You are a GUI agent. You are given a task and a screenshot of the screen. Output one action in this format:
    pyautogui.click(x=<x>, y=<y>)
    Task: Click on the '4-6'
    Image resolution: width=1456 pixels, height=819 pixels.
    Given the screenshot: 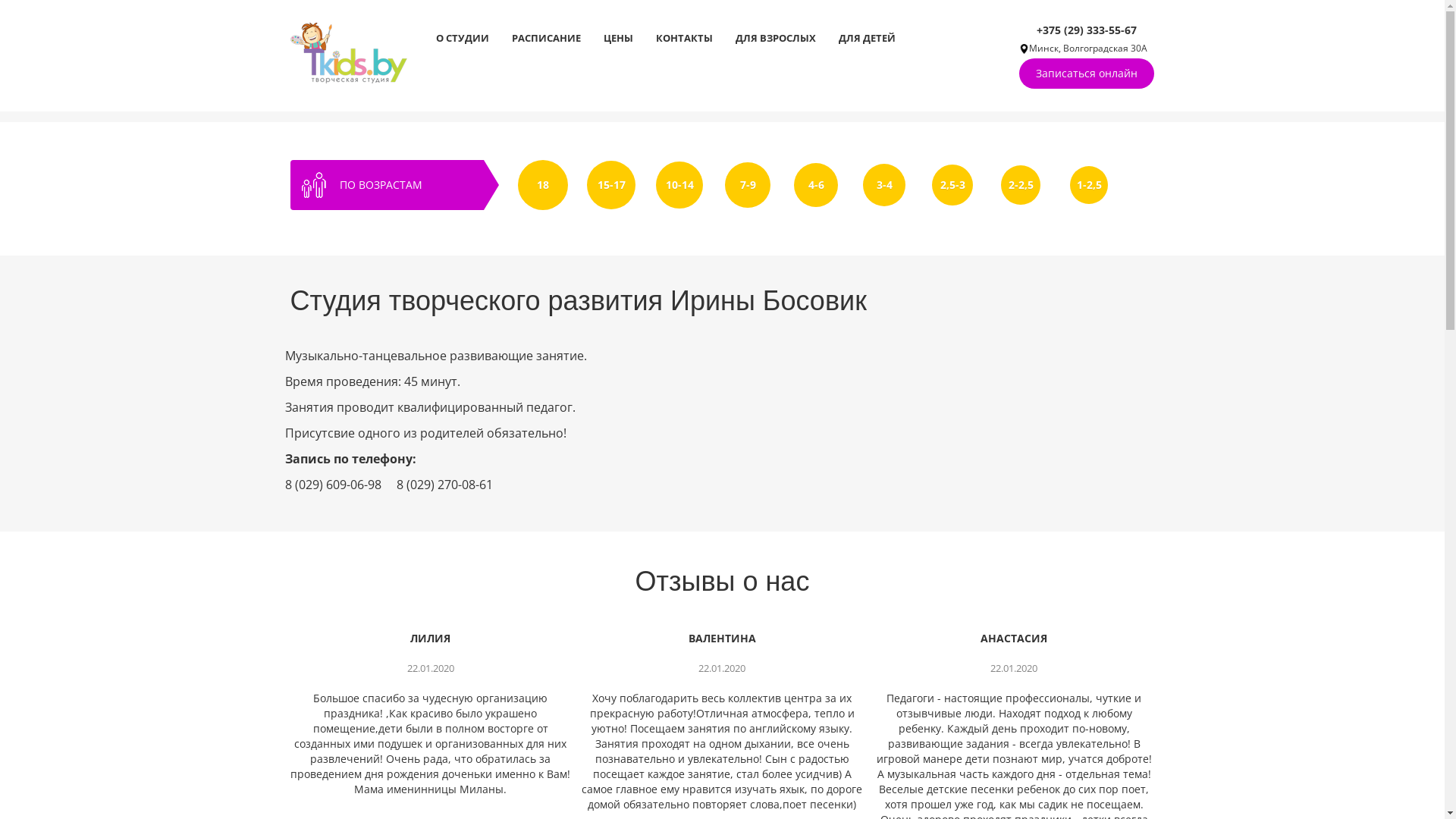 What is the action you would take?
    pyautogui.click(x=814, y=184)
    